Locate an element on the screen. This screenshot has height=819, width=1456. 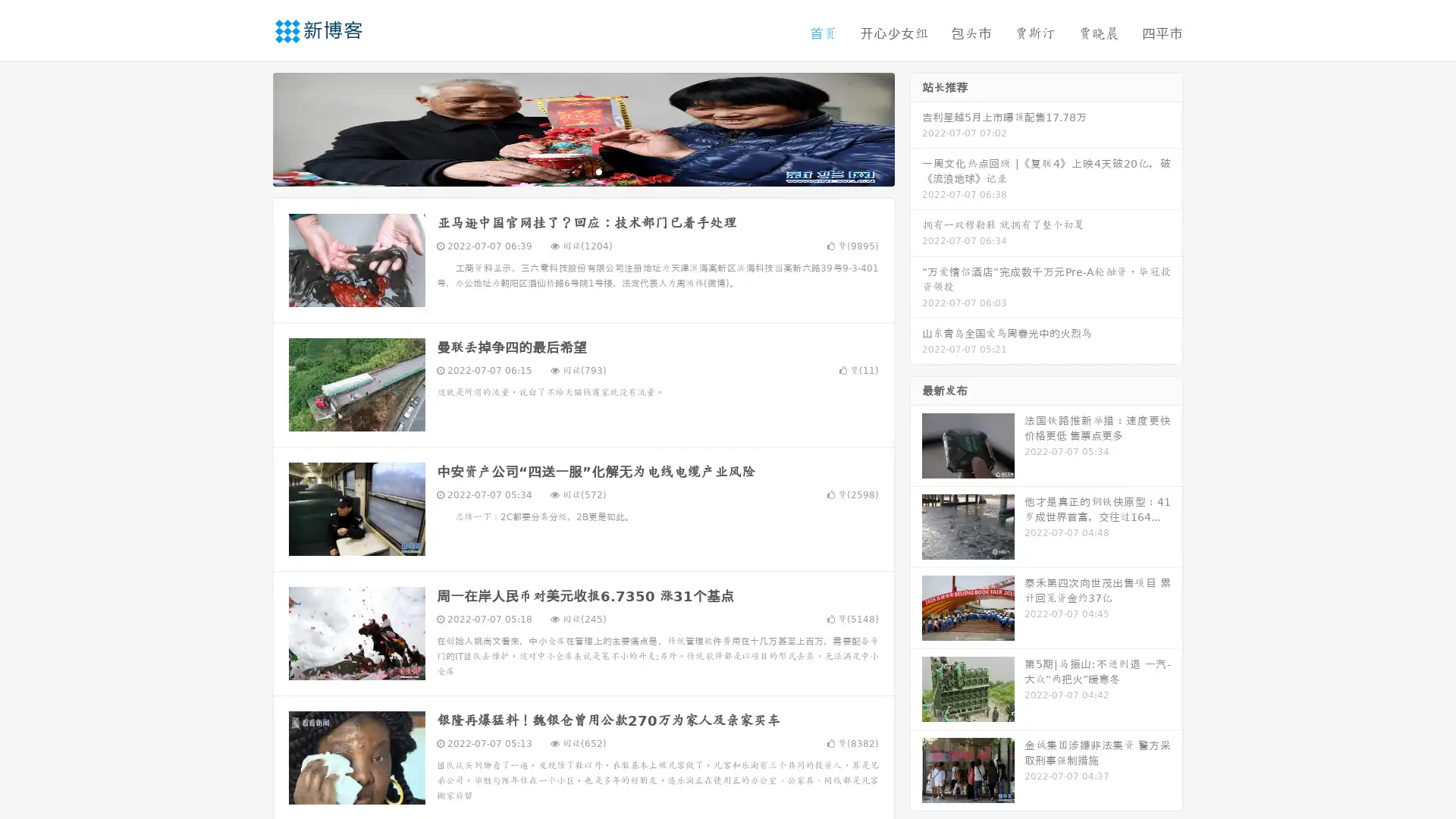
Go to slide 2 is located at coordinates (582, 171).